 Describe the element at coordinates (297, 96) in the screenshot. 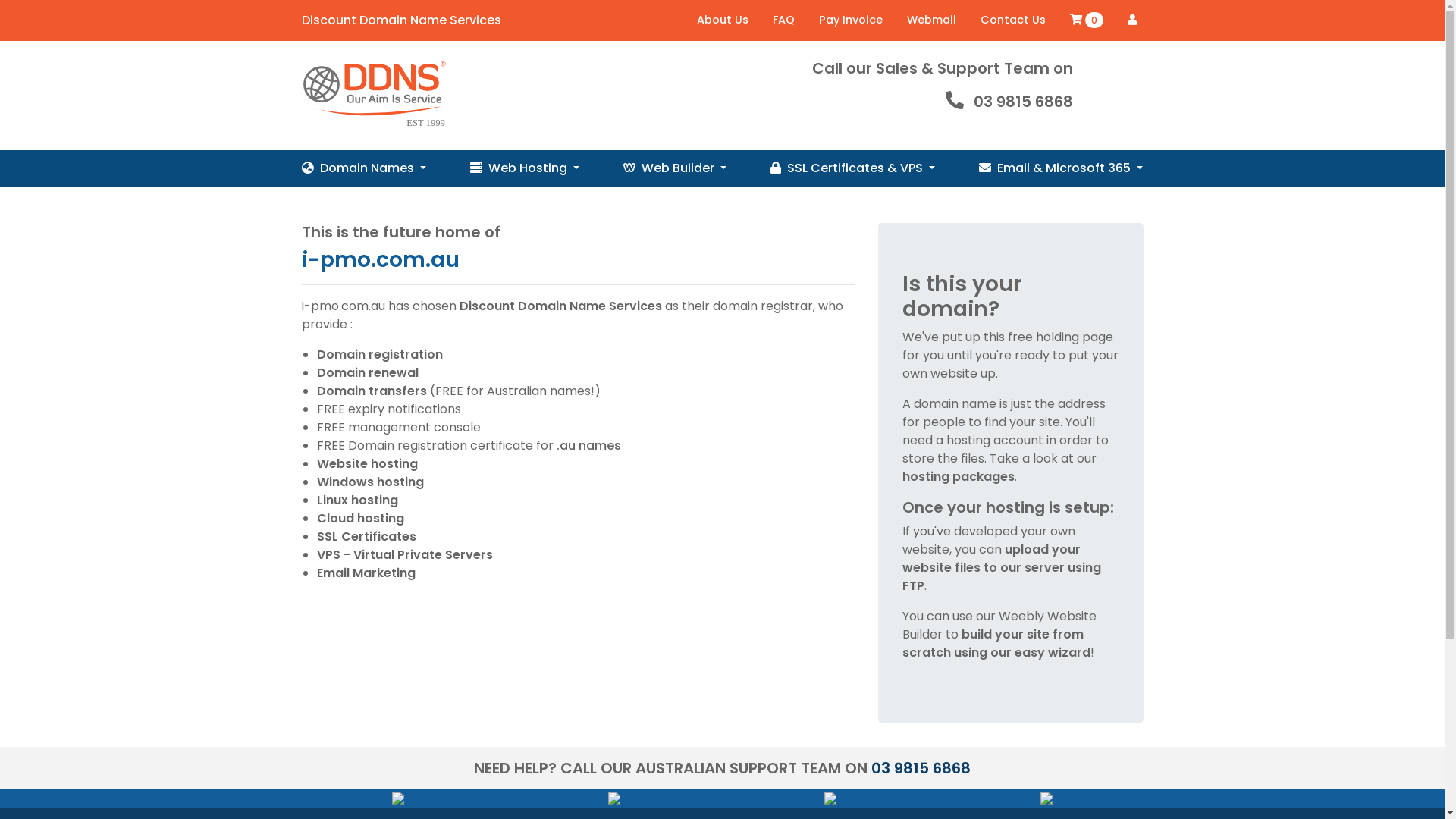

I see `'Discount Domain Name Services'` at that location.